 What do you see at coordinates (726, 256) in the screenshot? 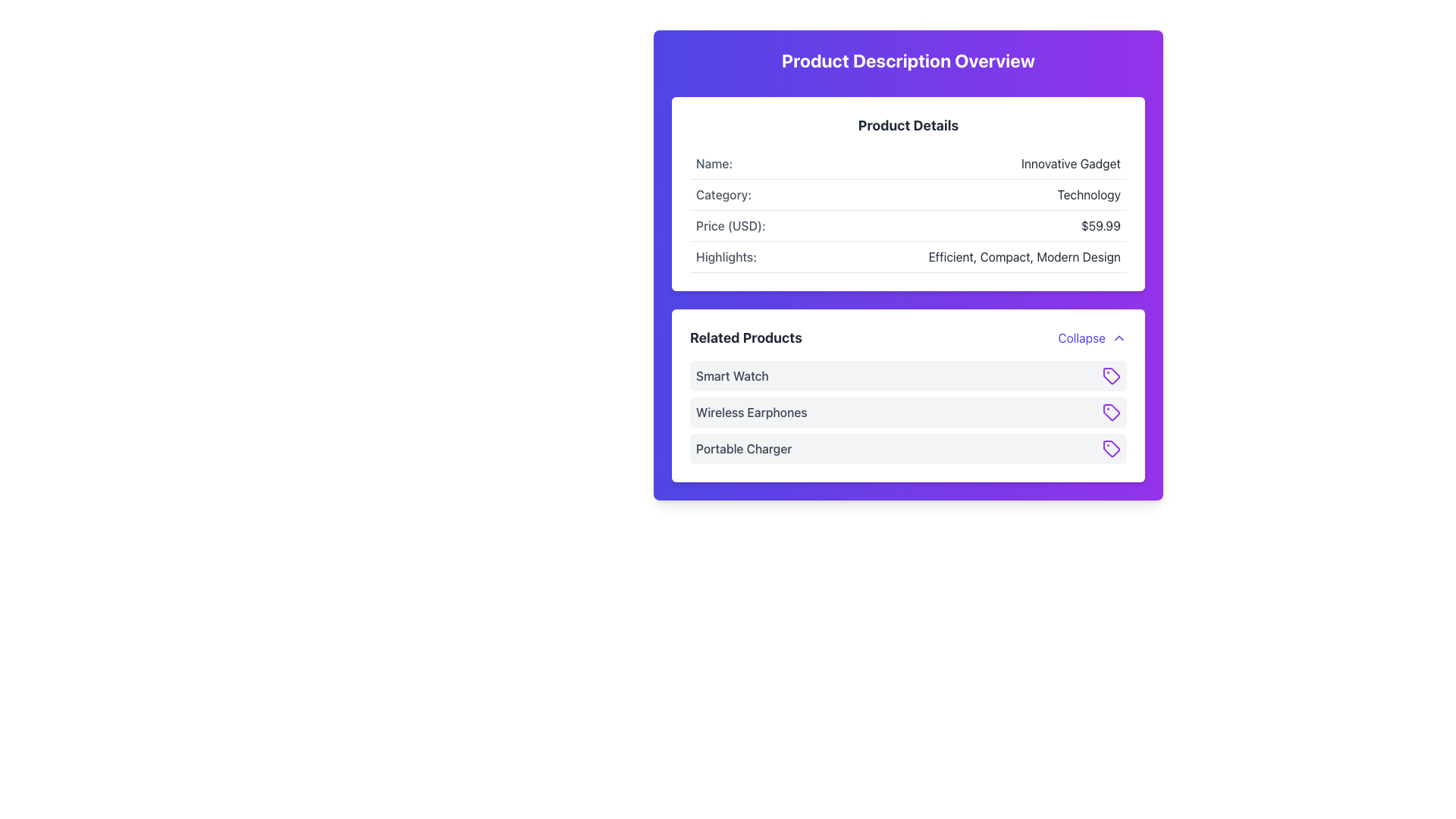
I see `the Label displaying 'Highlights:' in gray color, located in the 'Product Details' section above the description text 'Efficient, Compact, Modern Design'` at bounding box center [726, 256].